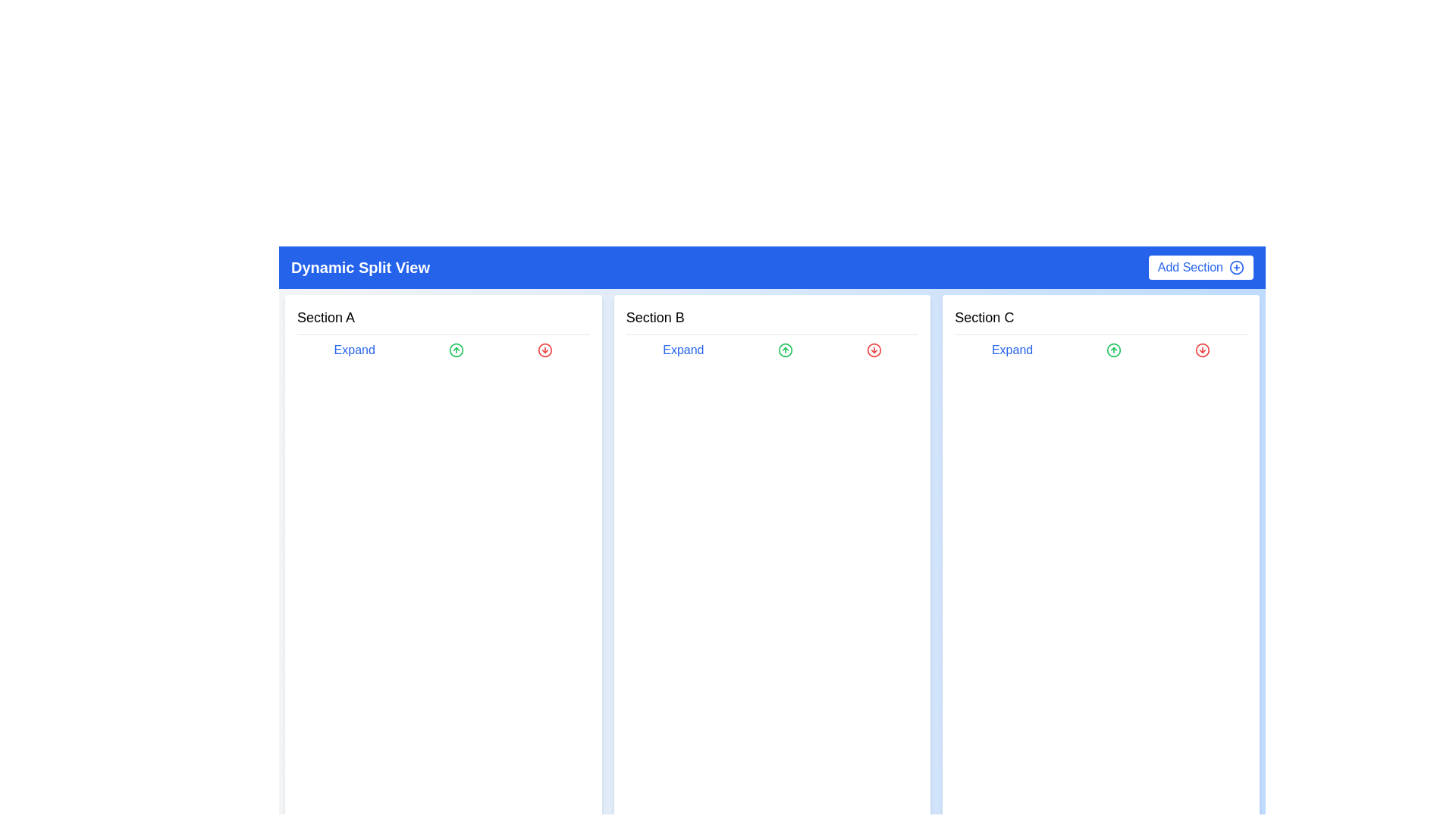 The width and height of the screenshot is (1456, 819). Describe the element at coordinates (1200, 267) in the screenshot. I see `the 'Add Section' button located in the top right corner of the blue bar labeled 'Dynamic Split View'` at that location.